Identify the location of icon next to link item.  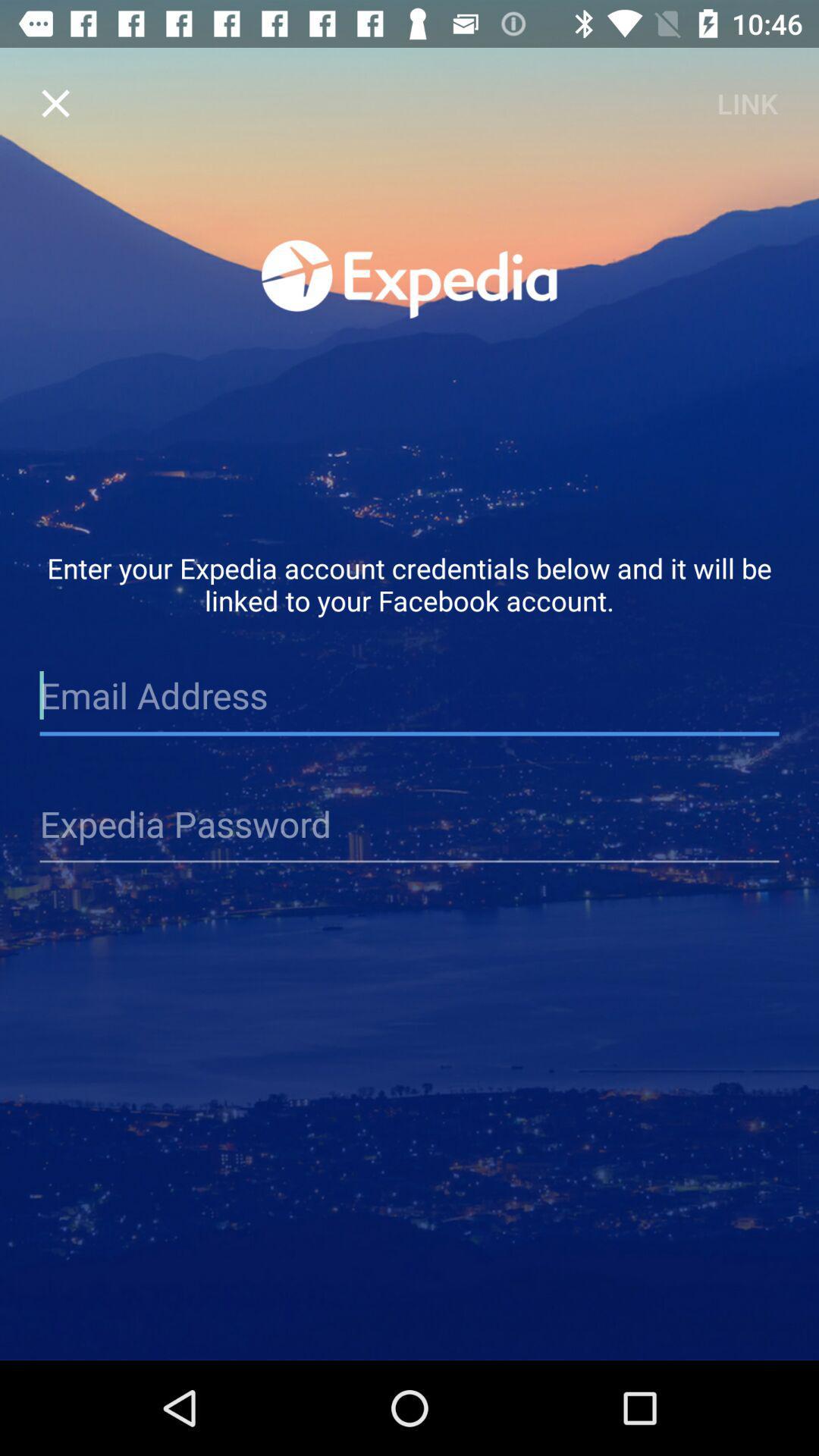
(55, 102).